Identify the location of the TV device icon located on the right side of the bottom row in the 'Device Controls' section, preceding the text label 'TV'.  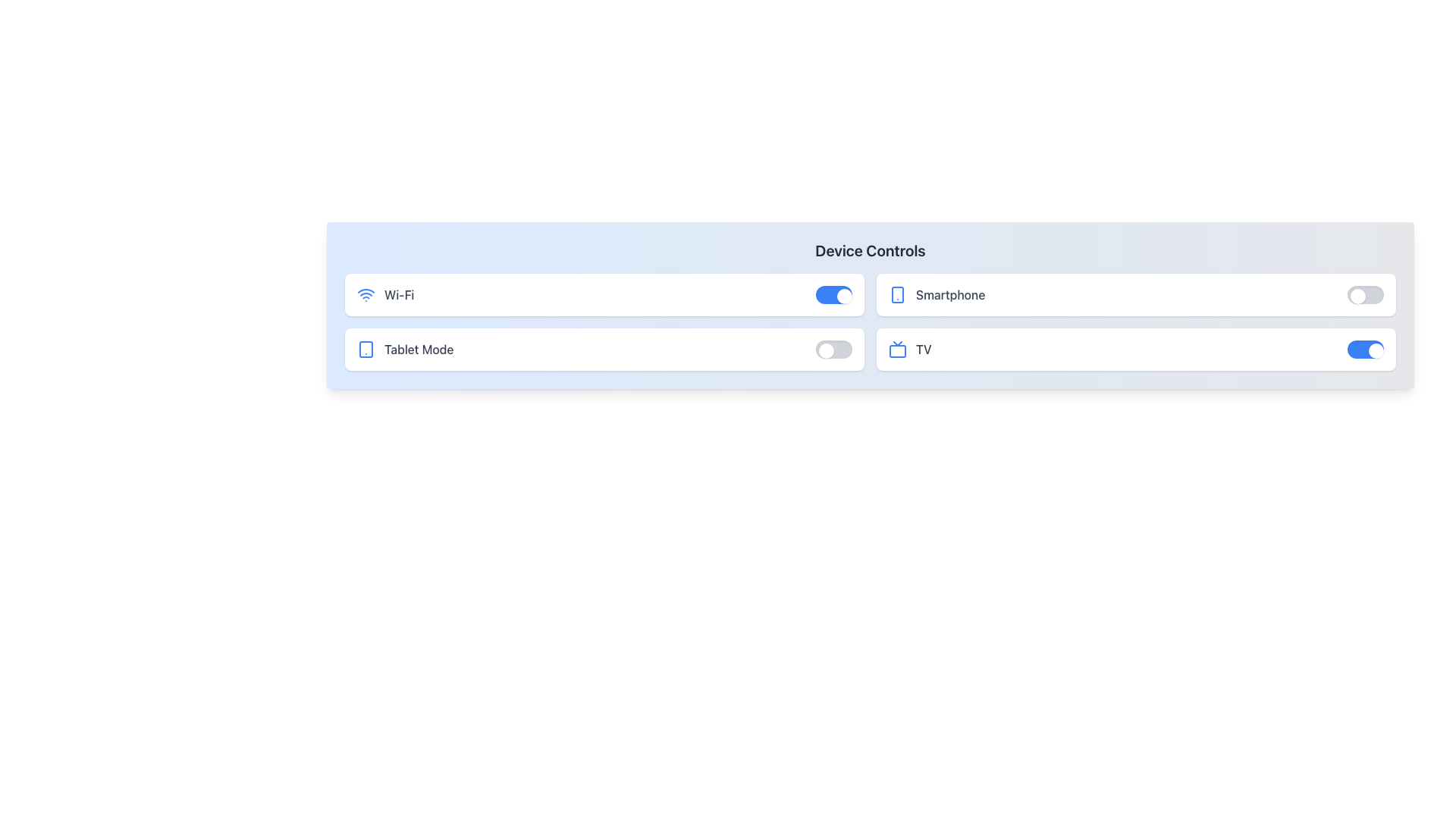
(898, 350).